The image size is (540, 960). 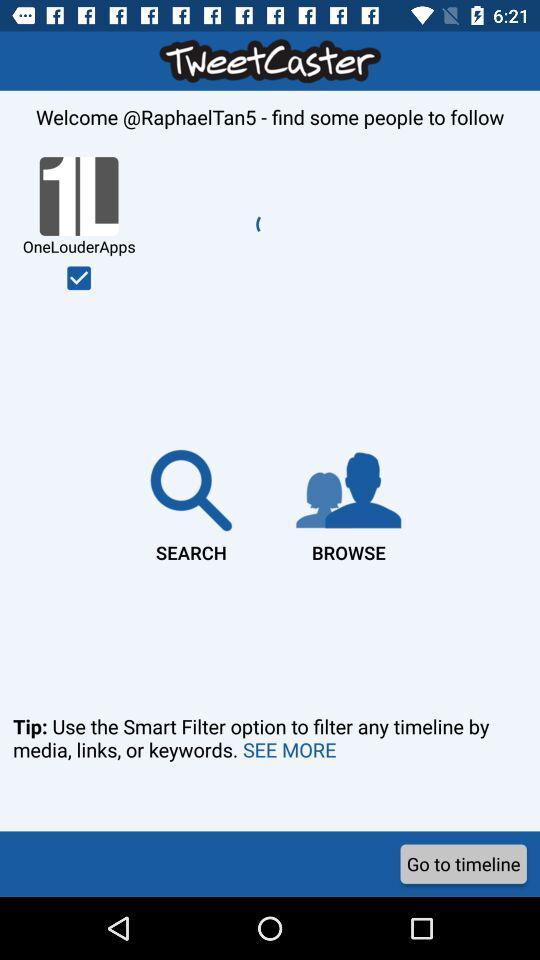 What do you see at coordinates (347, 501) in the screenshot?
I see `the item to the right of the search item` at bounding box center [347, 501].